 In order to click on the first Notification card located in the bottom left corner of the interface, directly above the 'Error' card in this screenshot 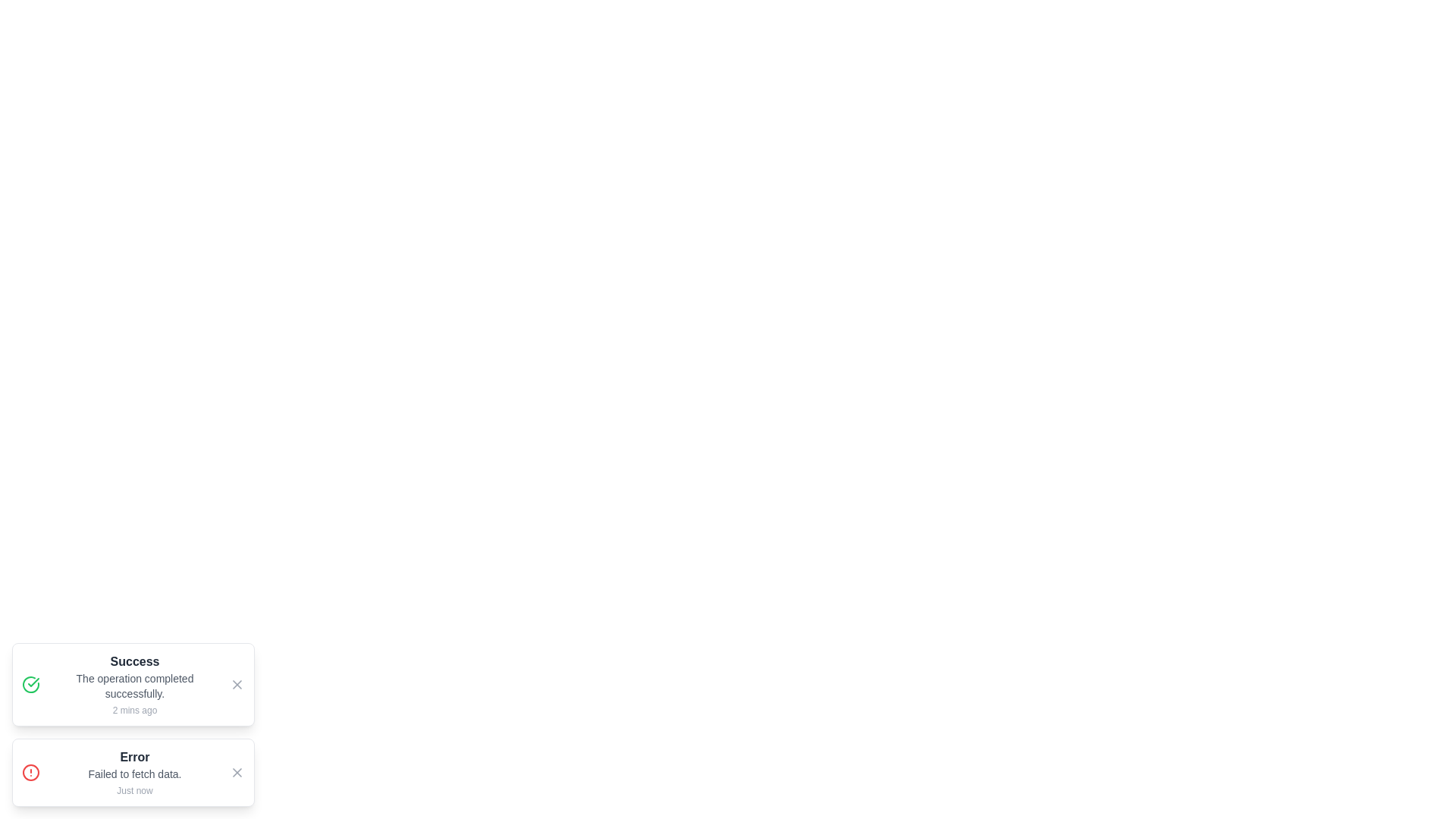, I will do `click(133, 684)`.